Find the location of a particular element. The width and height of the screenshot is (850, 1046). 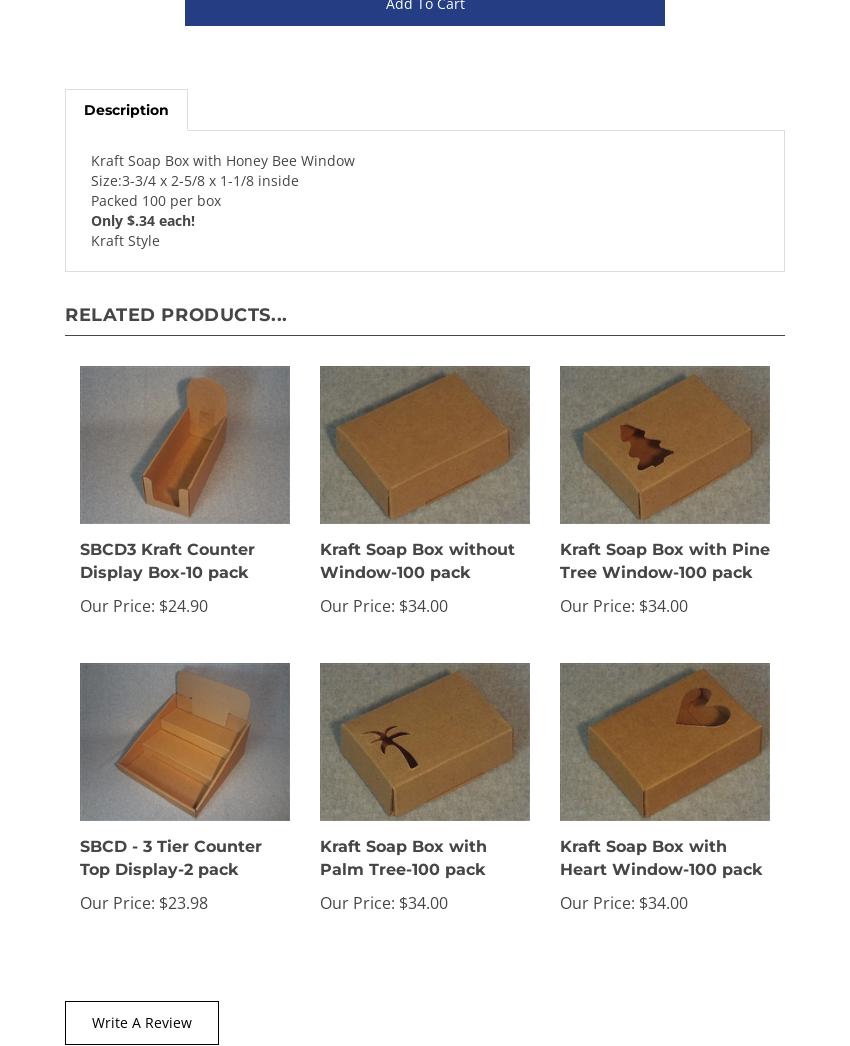

'Kraft Soap Box without Window-100 pack' is located at coordinates (417, 559).